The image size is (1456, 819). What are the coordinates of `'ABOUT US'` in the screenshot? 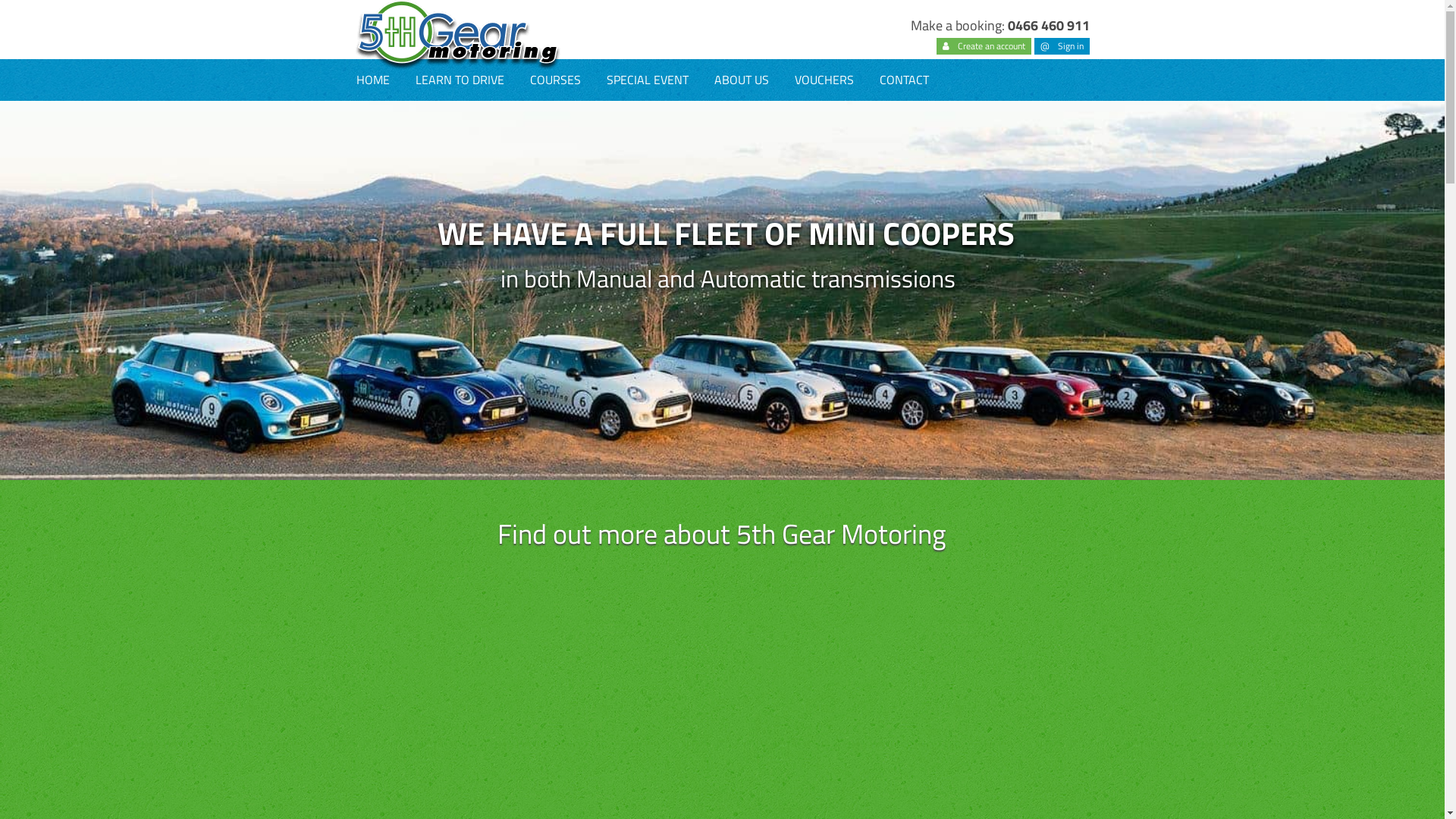 It's located at (741, 80).